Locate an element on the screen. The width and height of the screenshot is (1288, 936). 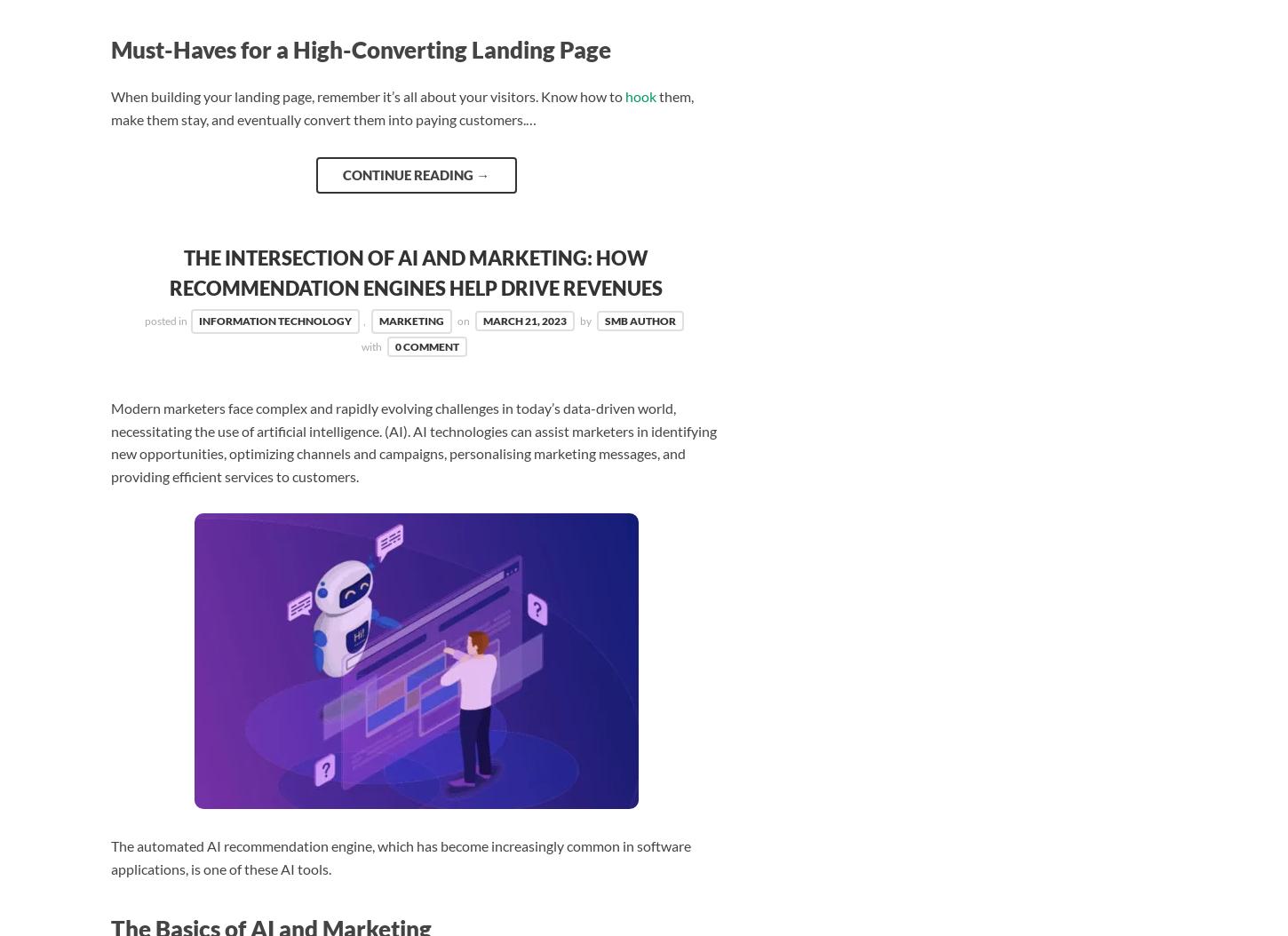
'Modern marketers face complex and rapidly evolving challenges in today’s data-driven world, necessitating the use of artificial intelligence. (AI). AI technologies can assist marketers in identifying new opportunities, optimizing channels and campaigns, personalising marketing messages, and providing efficient services to customers.' is located at coordinates (413, 440).